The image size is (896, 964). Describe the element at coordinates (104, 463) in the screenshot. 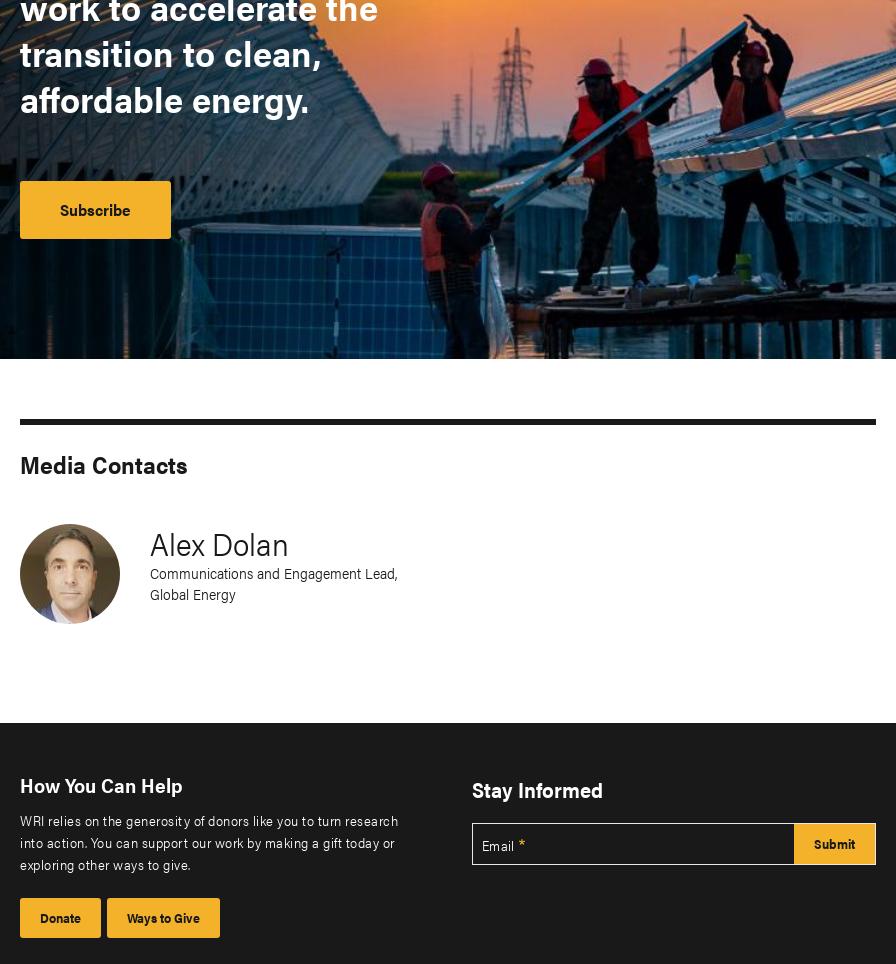

I see `'Media Contacts'` at that location.